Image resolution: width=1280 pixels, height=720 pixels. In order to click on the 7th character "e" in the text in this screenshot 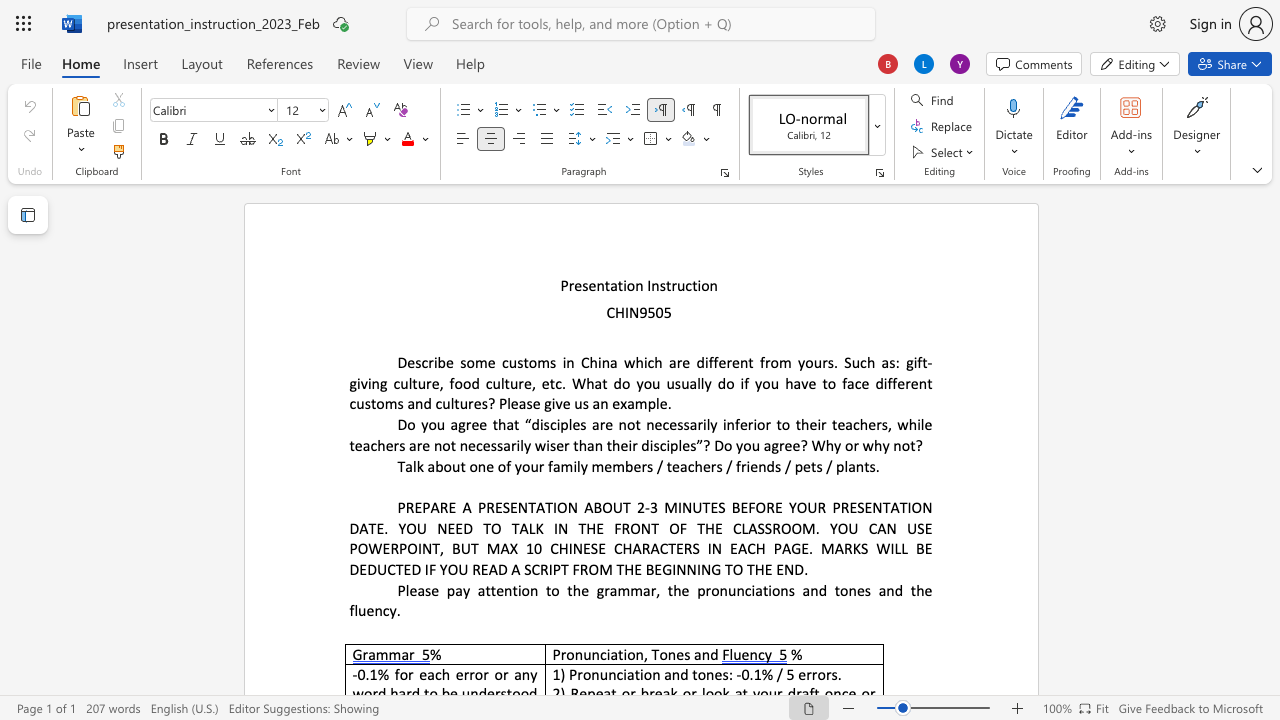, I will do `click(434, 383)`.